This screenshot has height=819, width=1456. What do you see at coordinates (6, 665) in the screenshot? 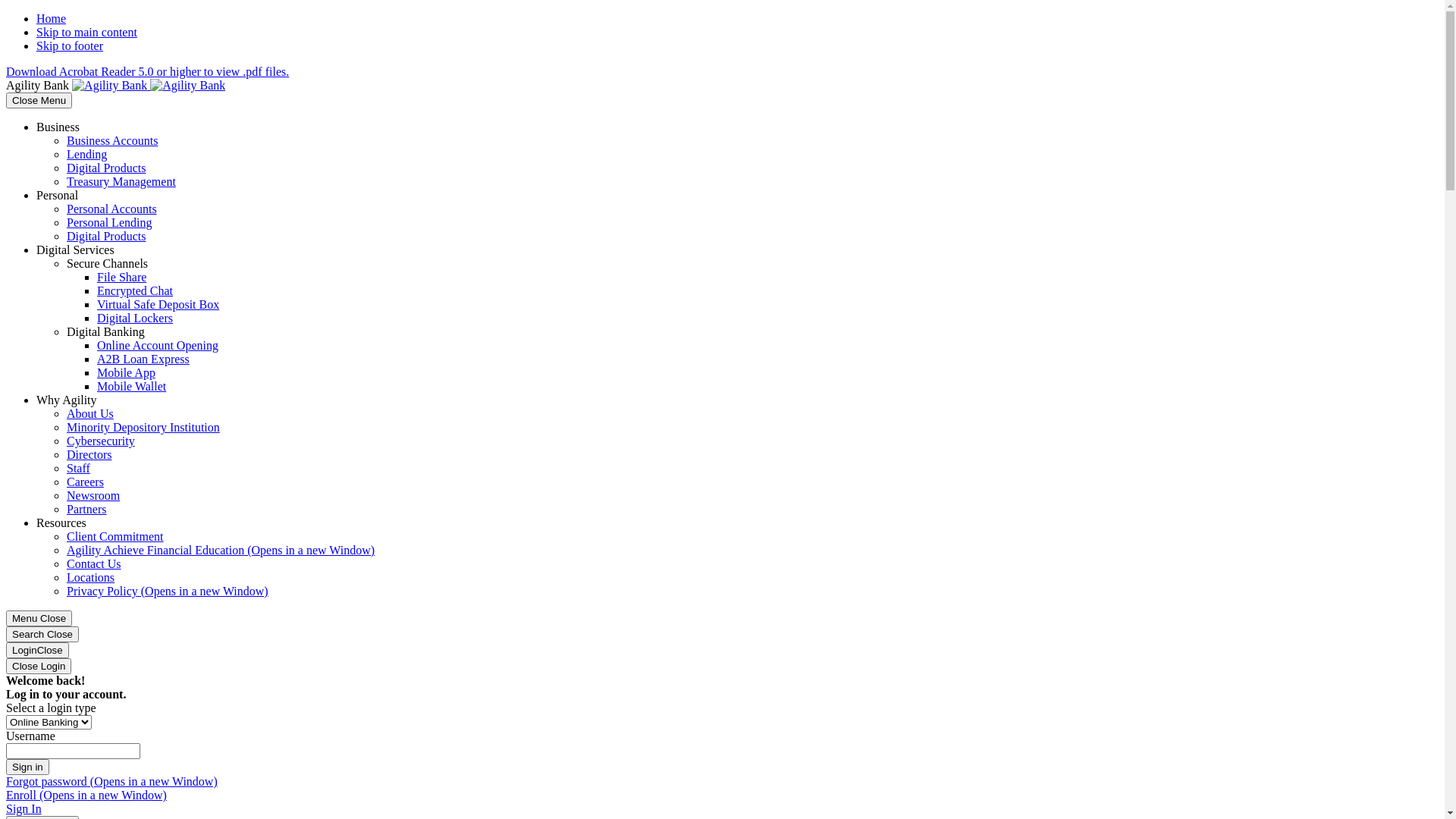
I see `'Close Login'` at bounding box center [6, 665].